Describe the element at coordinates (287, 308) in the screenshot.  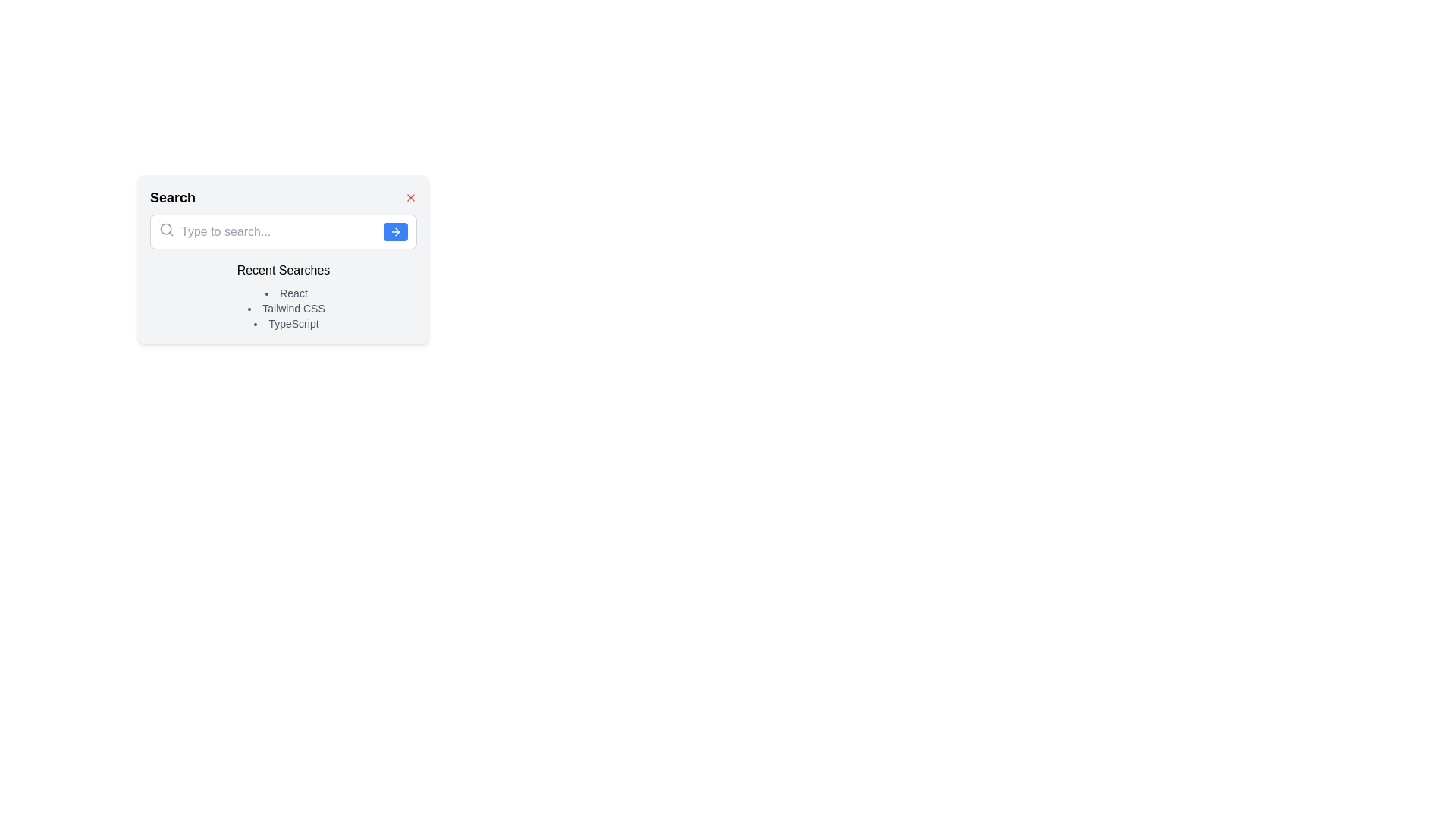
I see `the text label displaying 'Tailwind CSS', which is the second item in the vertical bullet point list under 'Recent Searches'` at that location.